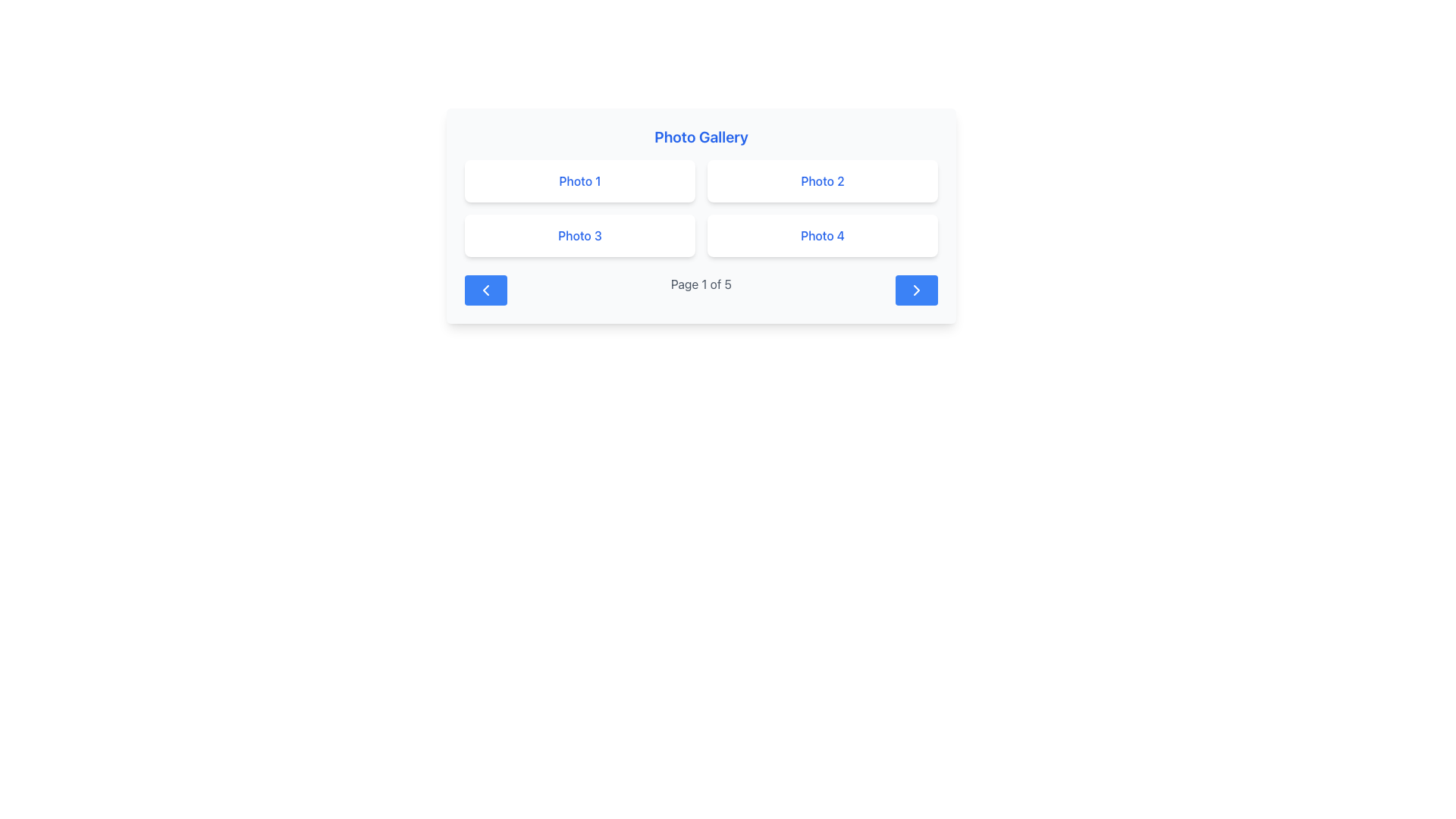  I want to click on the 'Photo 3' button in the second row and first column of the grid, so click(579, 236).